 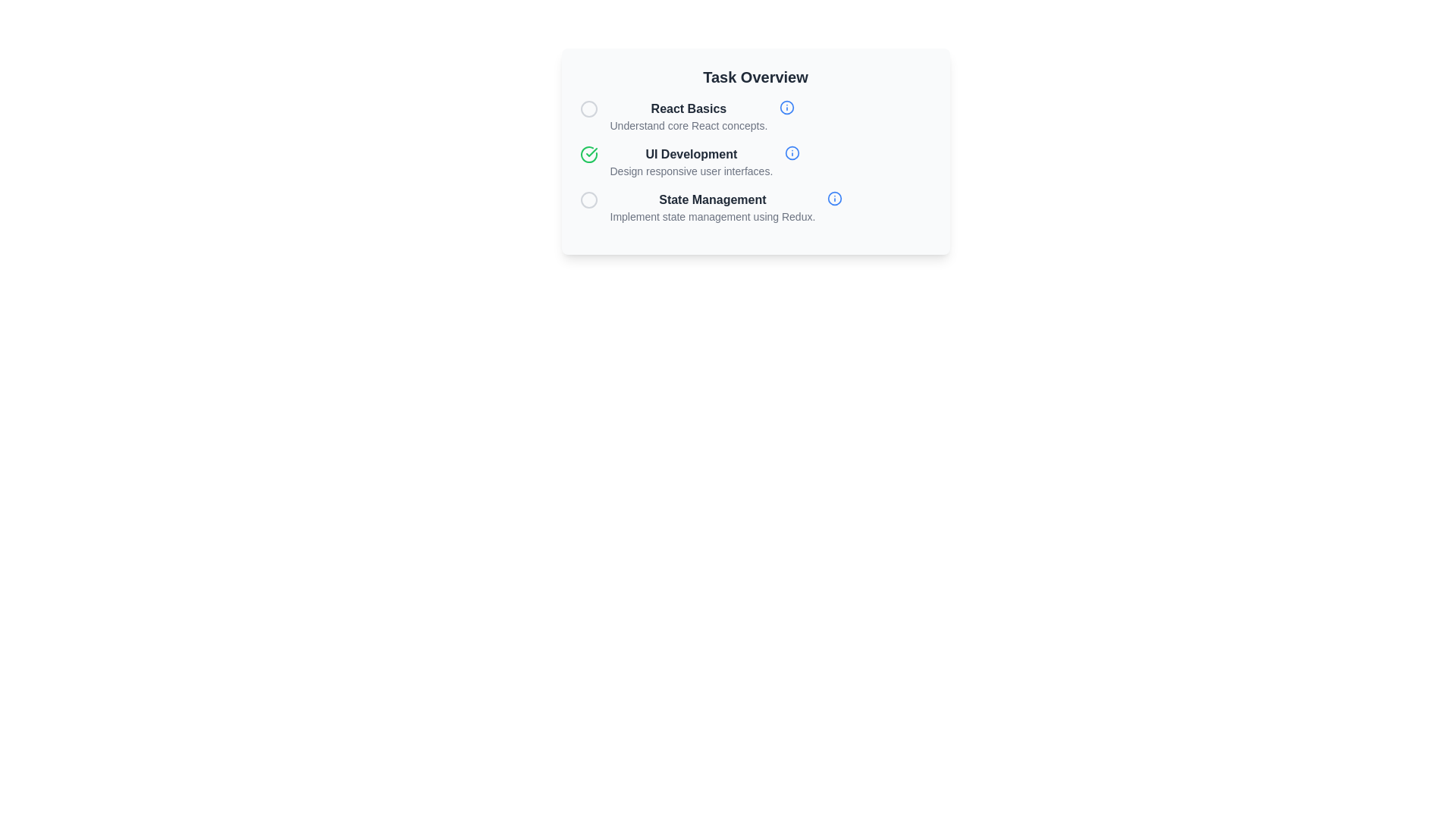 I want to click on the blue circular information icon located to the right of the title 'React Basics' in the Information panel, so click(x=755, y=116).